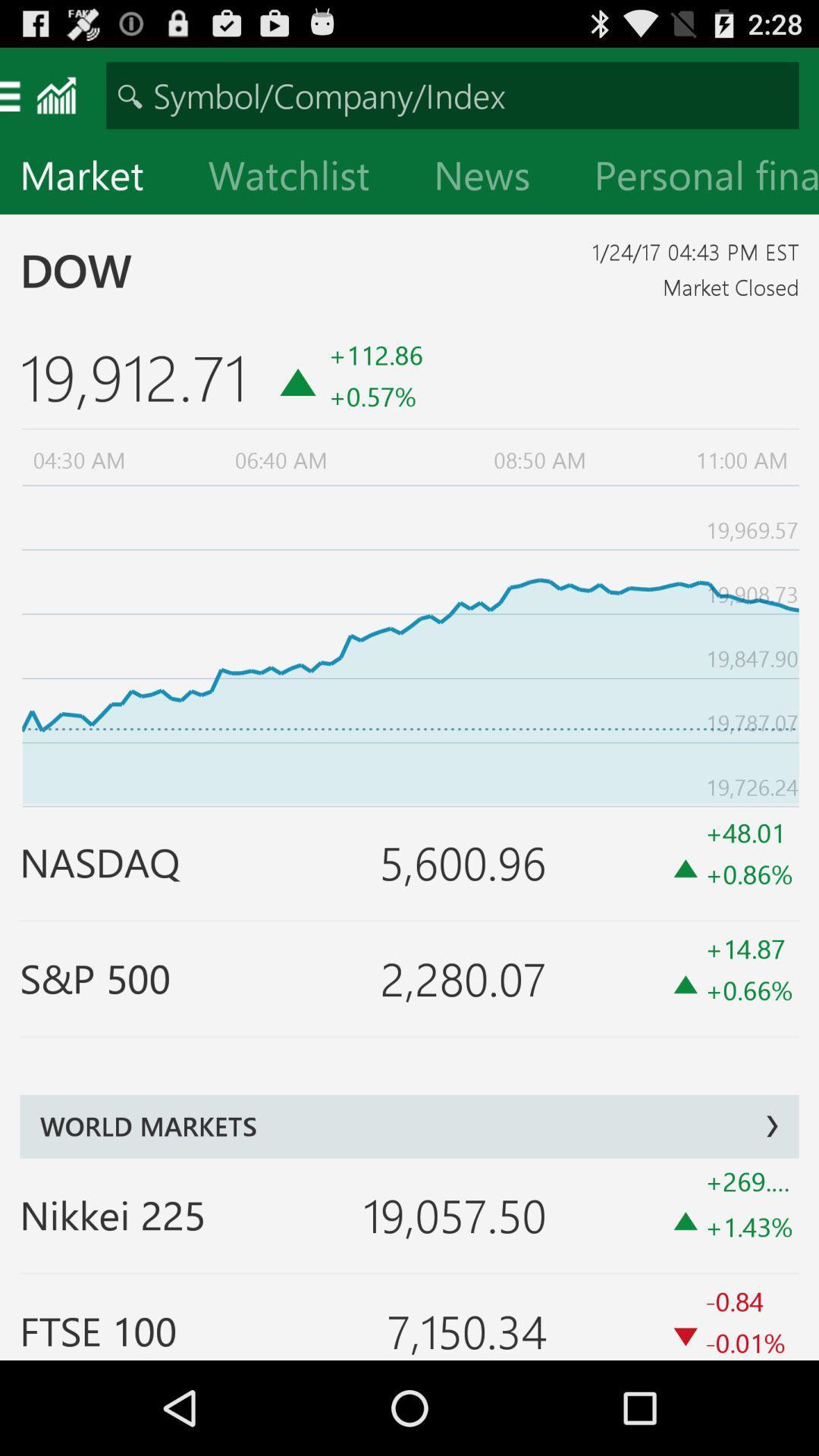 This screenshot has width=819, height=1456. I want to click on item next to the personal finance, so click(494, 178).